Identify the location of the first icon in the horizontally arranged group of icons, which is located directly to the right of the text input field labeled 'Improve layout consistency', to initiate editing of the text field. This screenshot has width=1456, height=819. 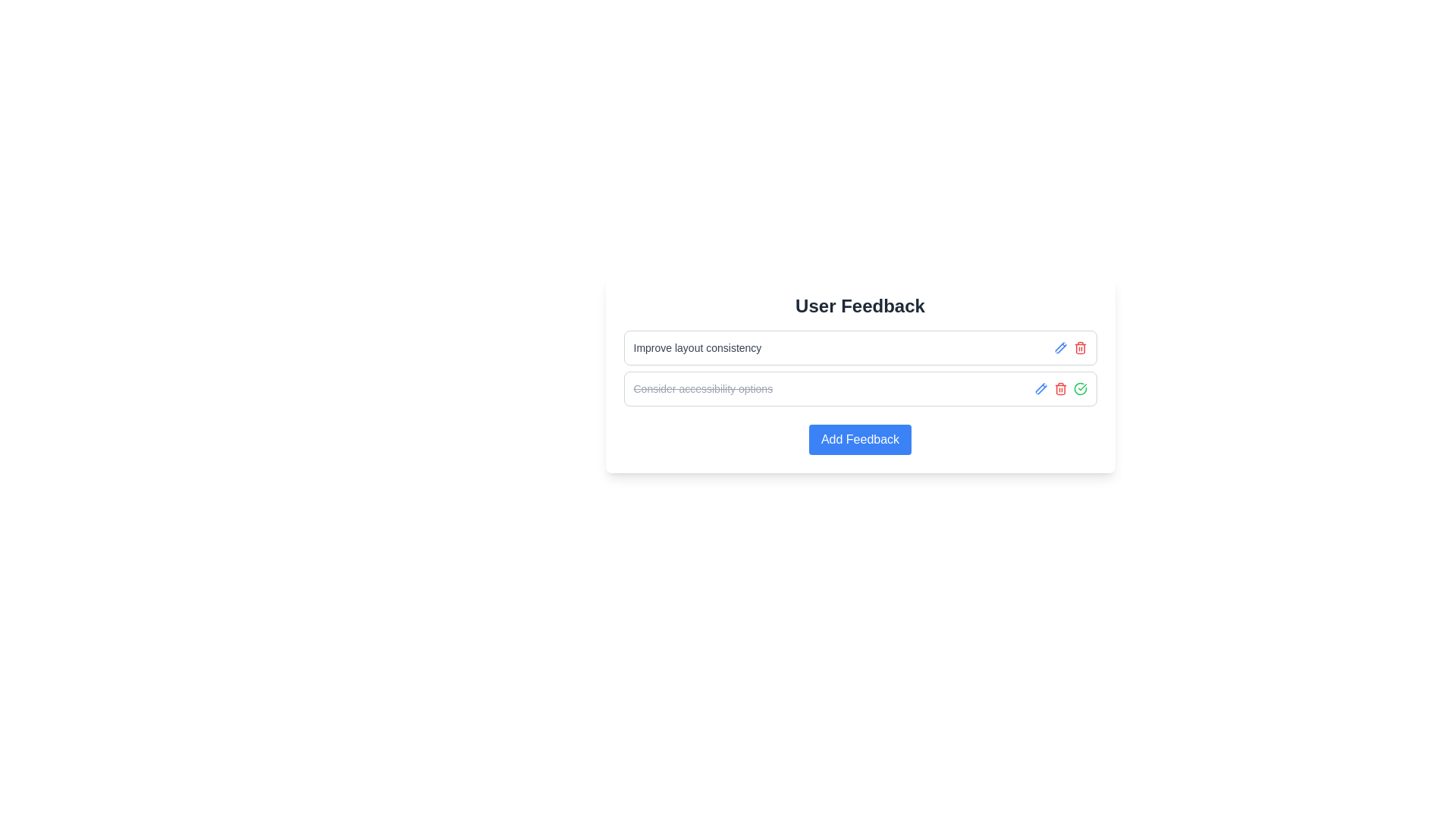
(1059, 348).